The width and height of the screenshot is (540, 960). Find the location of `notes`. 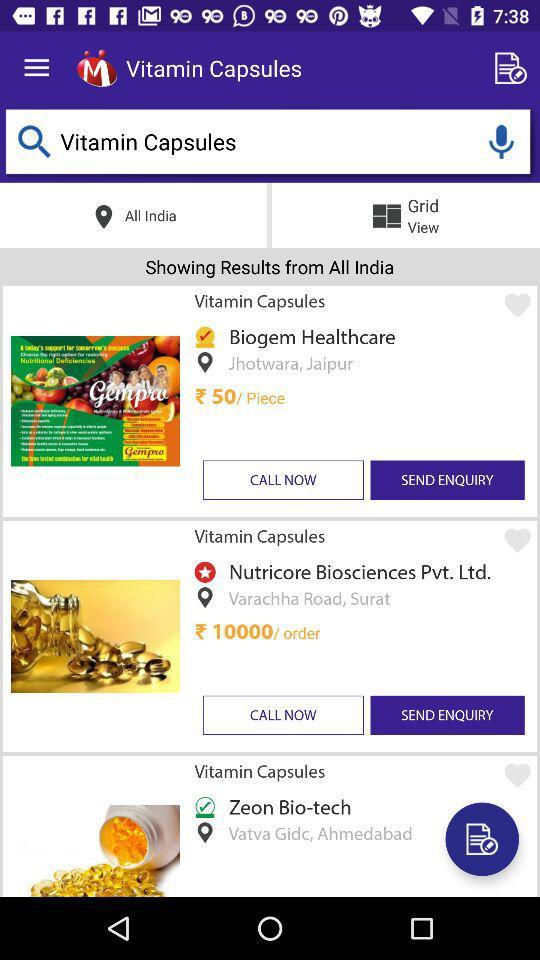

notes is located at coordinates (514, 68).